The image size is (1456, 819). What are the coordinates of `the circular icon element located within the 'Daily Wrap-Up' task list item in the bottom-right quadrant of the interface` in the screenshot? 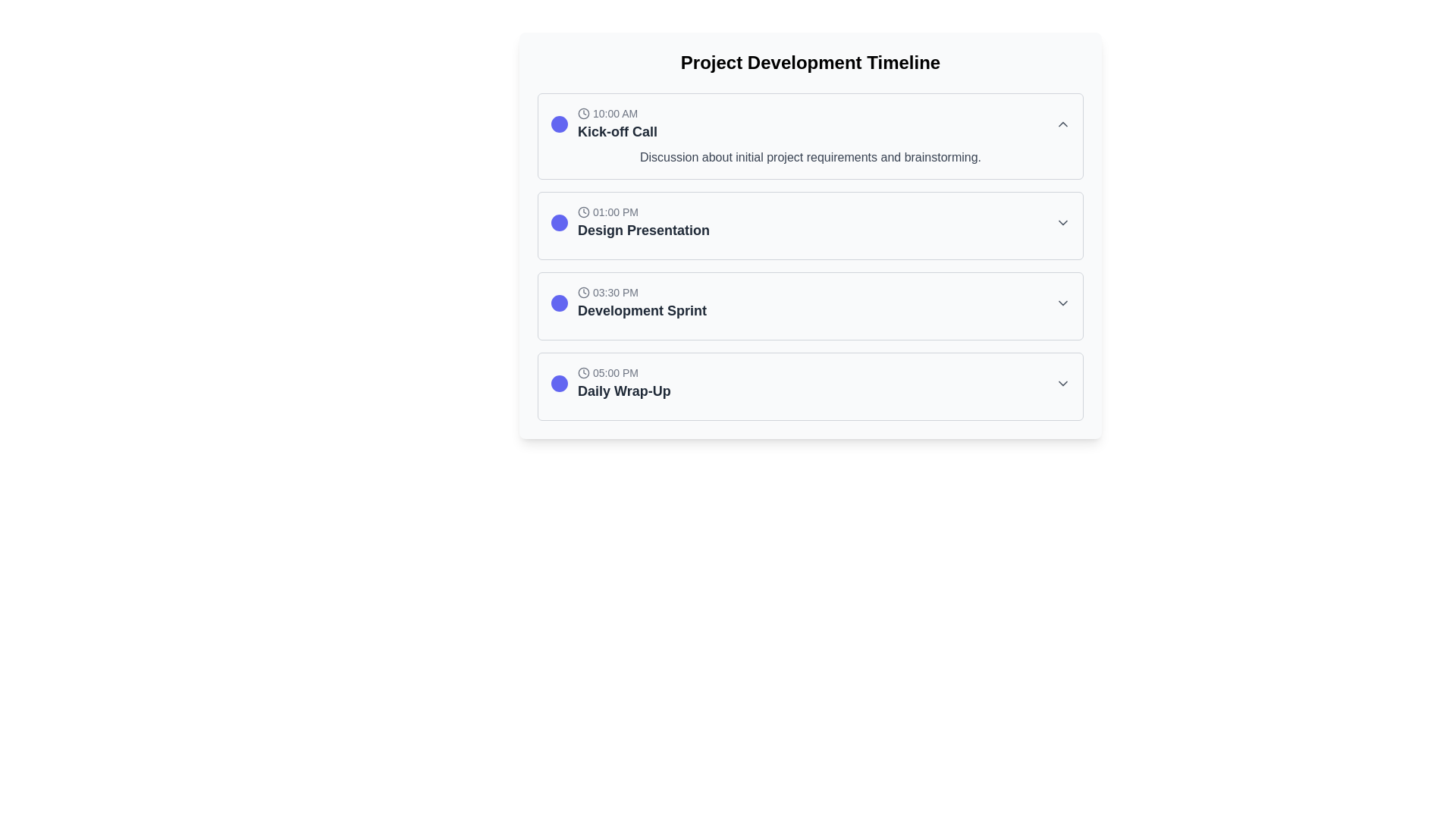 It's located at (559, 382).